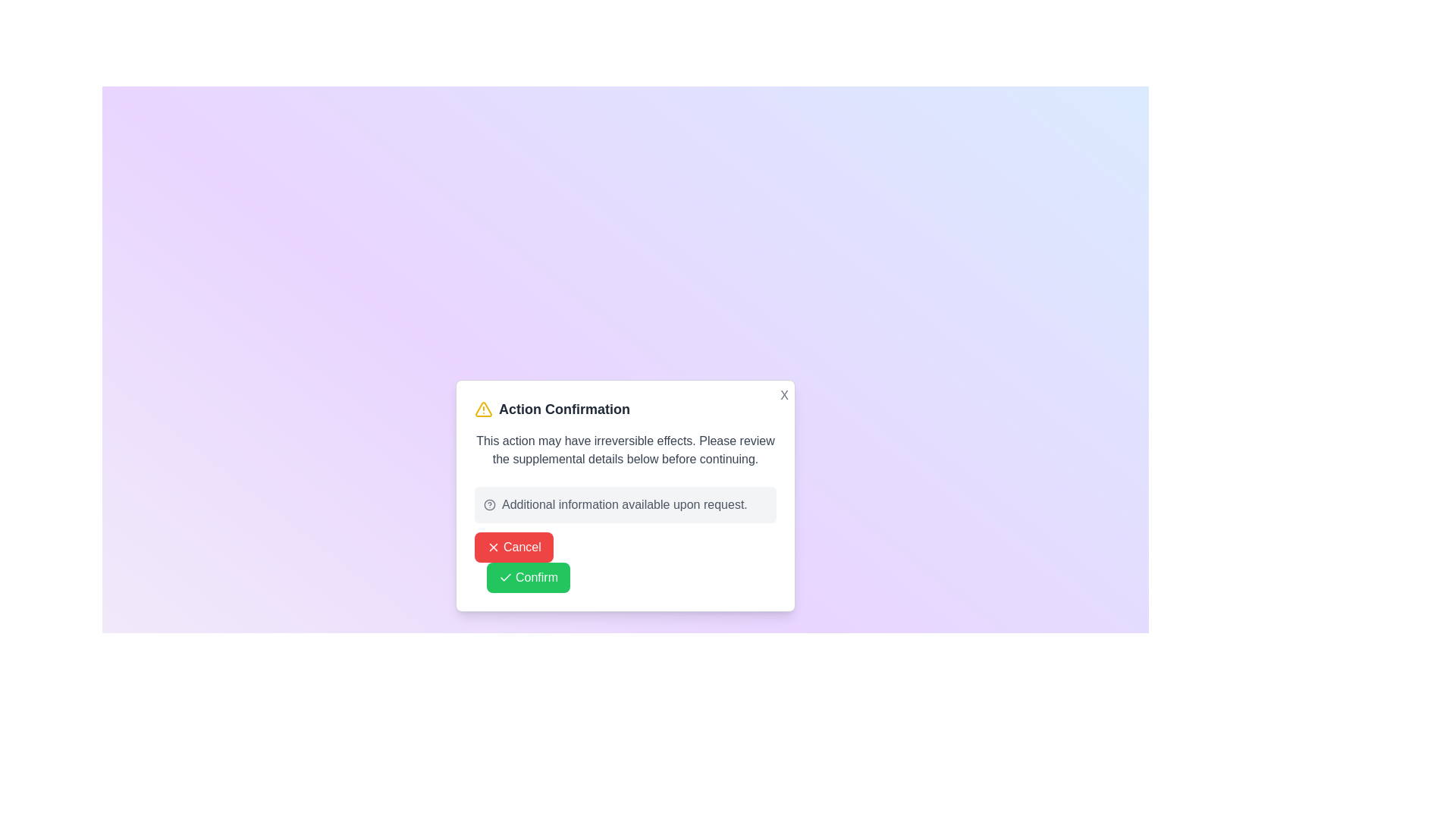  What do you see at coordinates (626, 505) in the screenshot?
I see `the informational text with an accompanying icon located in the modal dialog box` at bounding box center [626, 505].